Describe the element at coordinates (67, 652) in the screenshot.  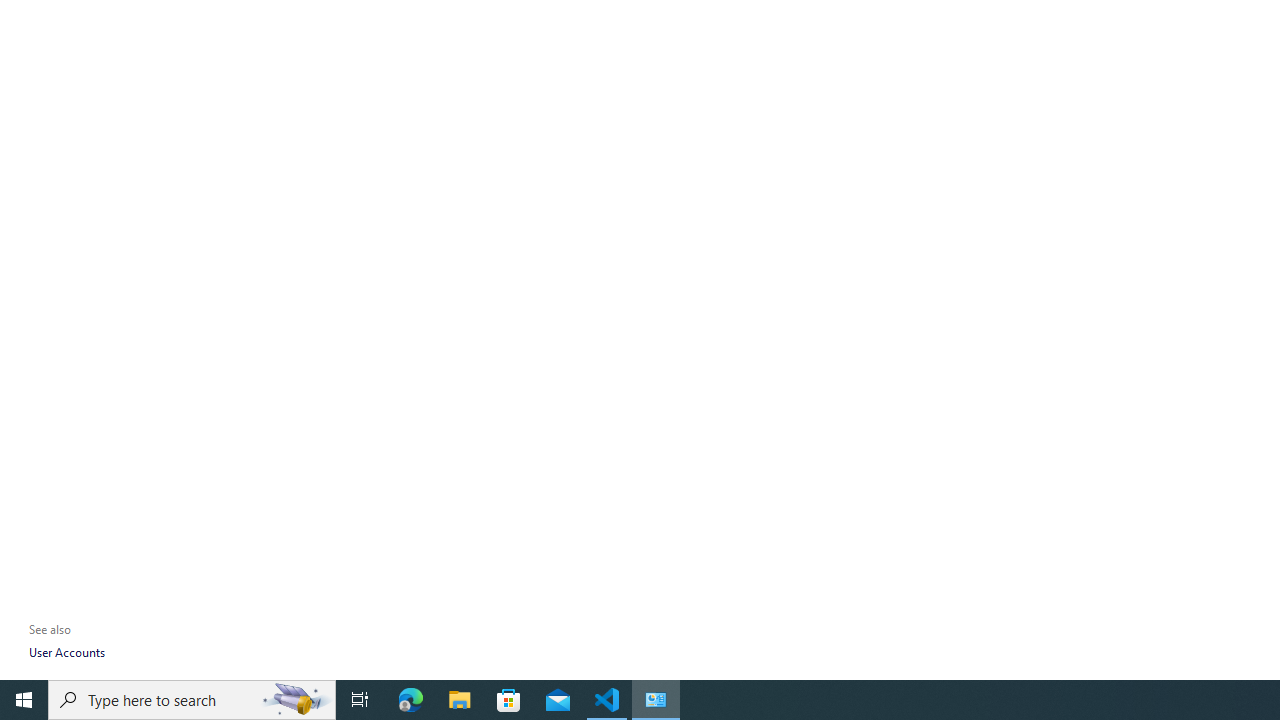
I see `'User Accounts'` at that location.